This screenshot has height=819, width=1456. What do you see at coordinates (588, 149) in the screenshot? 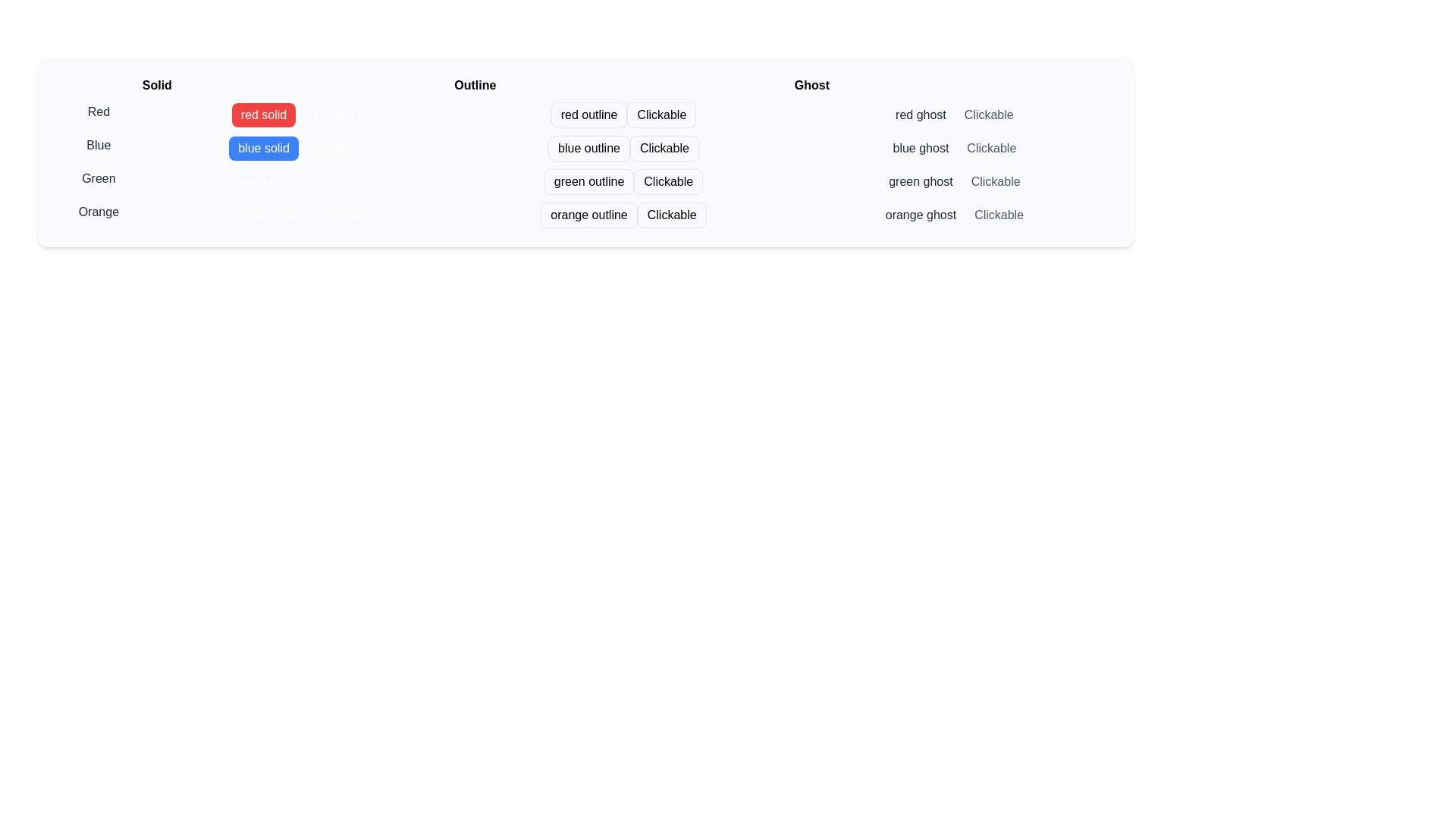
I see `the button labeled 'blue outline' which is located in the 'Outline' section of the layout table, specifically in the second row under the 'Outline' column` at bounding box center [588, 149].